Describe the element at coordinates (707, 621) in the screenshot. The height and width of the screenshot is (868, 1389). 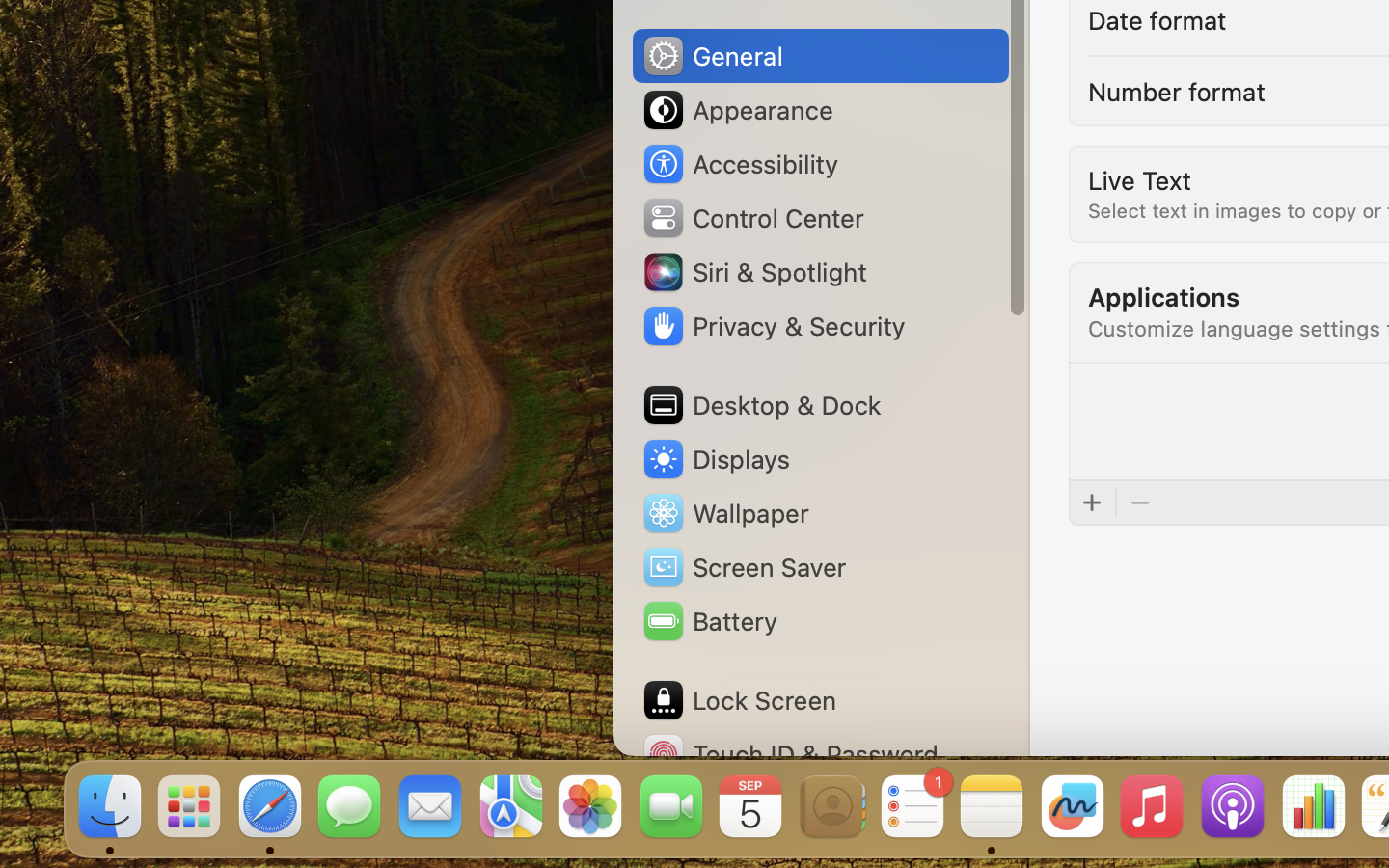
I see `'Battery'` at that location.